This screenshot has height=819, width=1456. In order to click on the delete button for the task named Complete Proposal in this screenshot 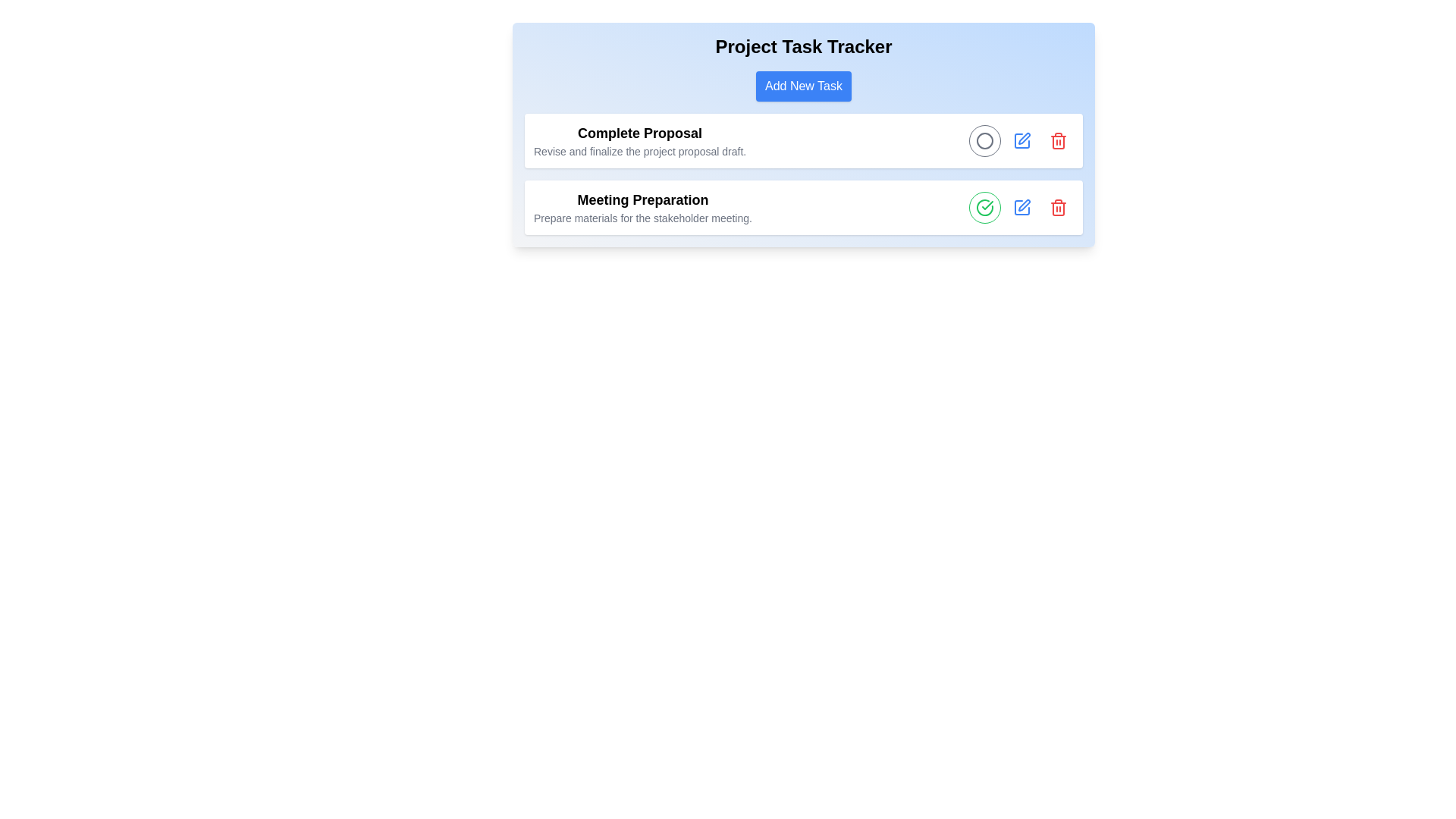, I will do `click(1058, 140)`.